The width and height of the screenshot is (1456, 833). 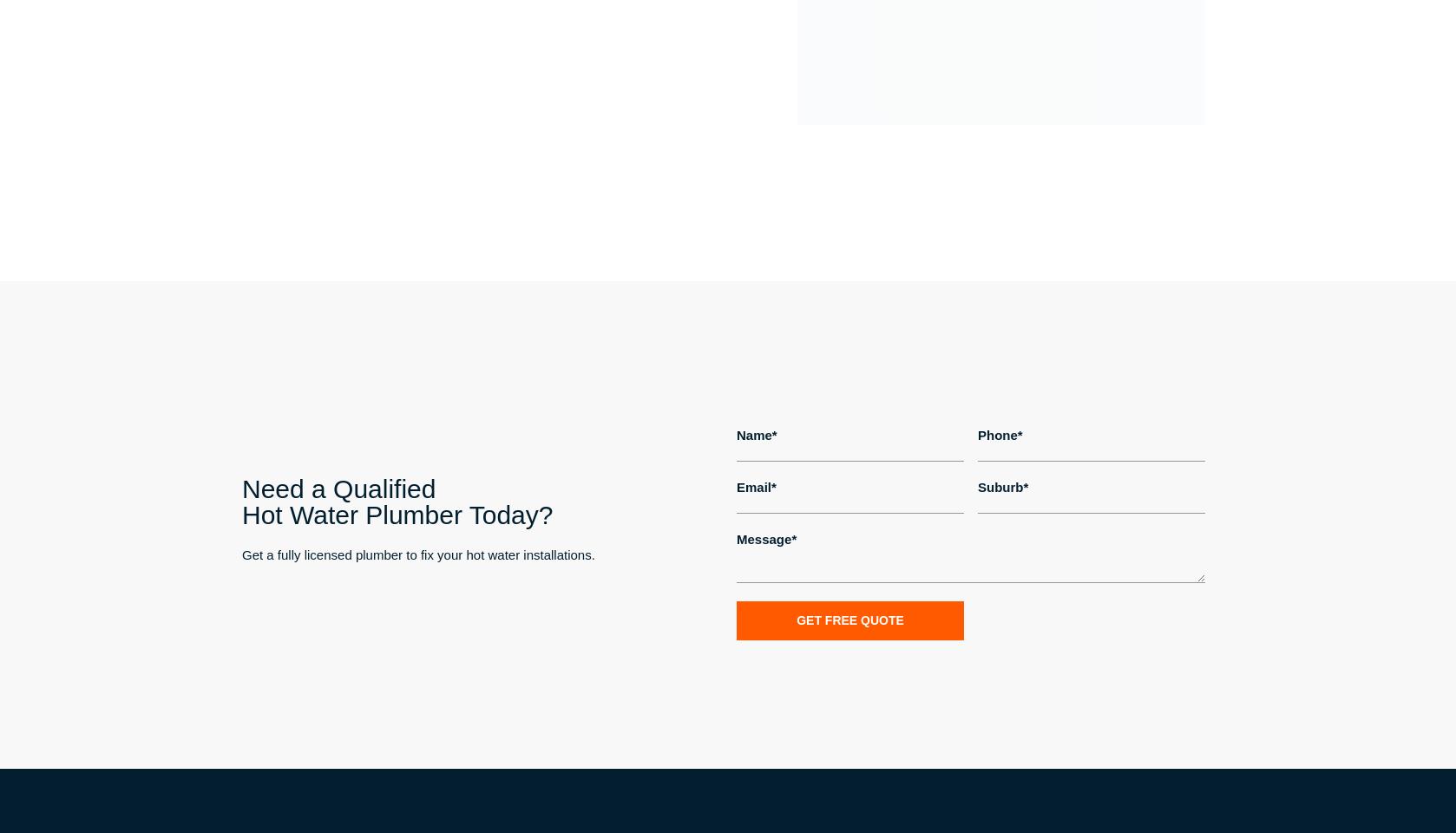 I want to click on 'Phone', so click(x=997, y=433).